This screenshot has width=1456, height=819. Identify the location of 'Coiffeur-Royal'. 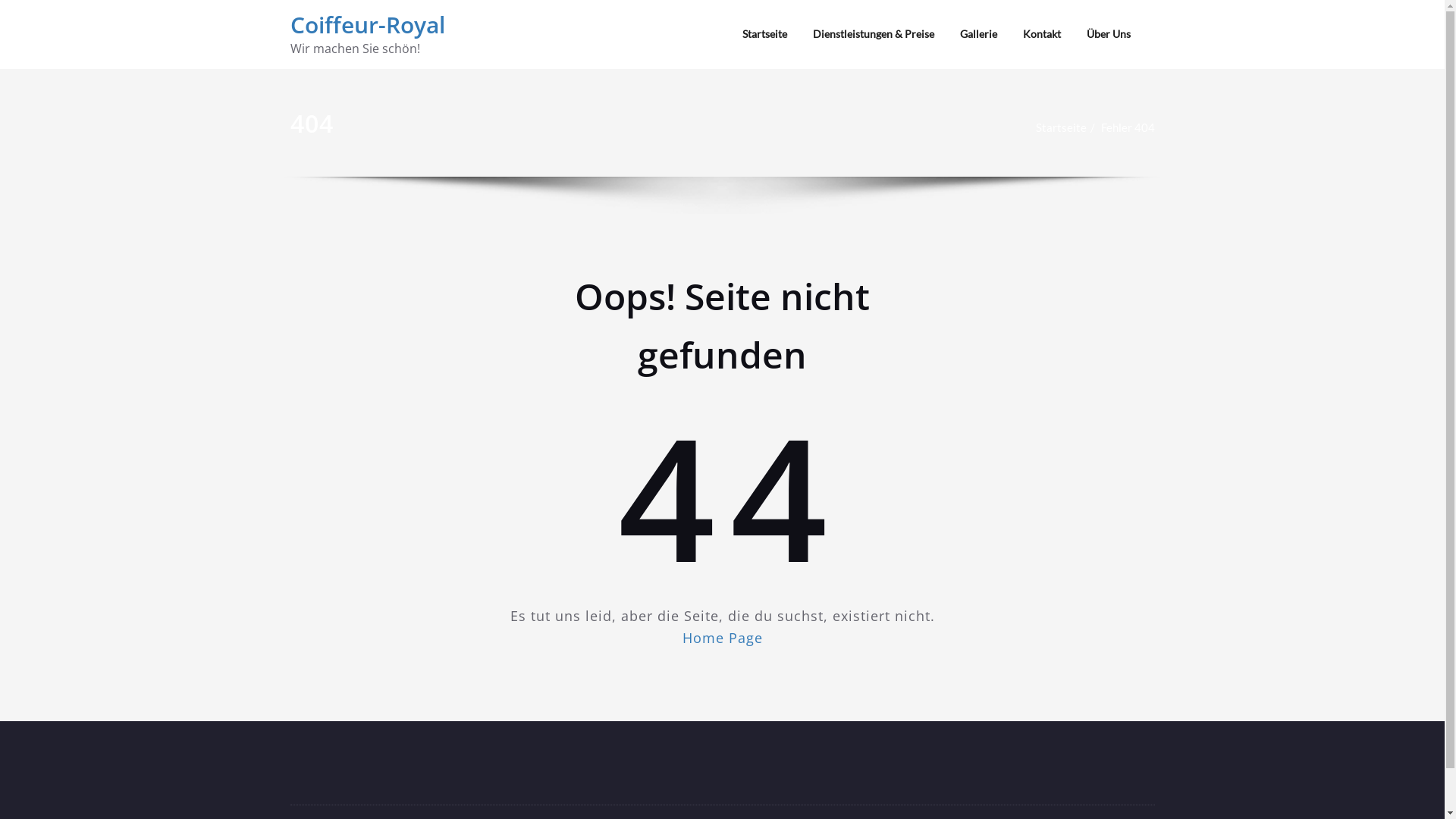
(367, 24).